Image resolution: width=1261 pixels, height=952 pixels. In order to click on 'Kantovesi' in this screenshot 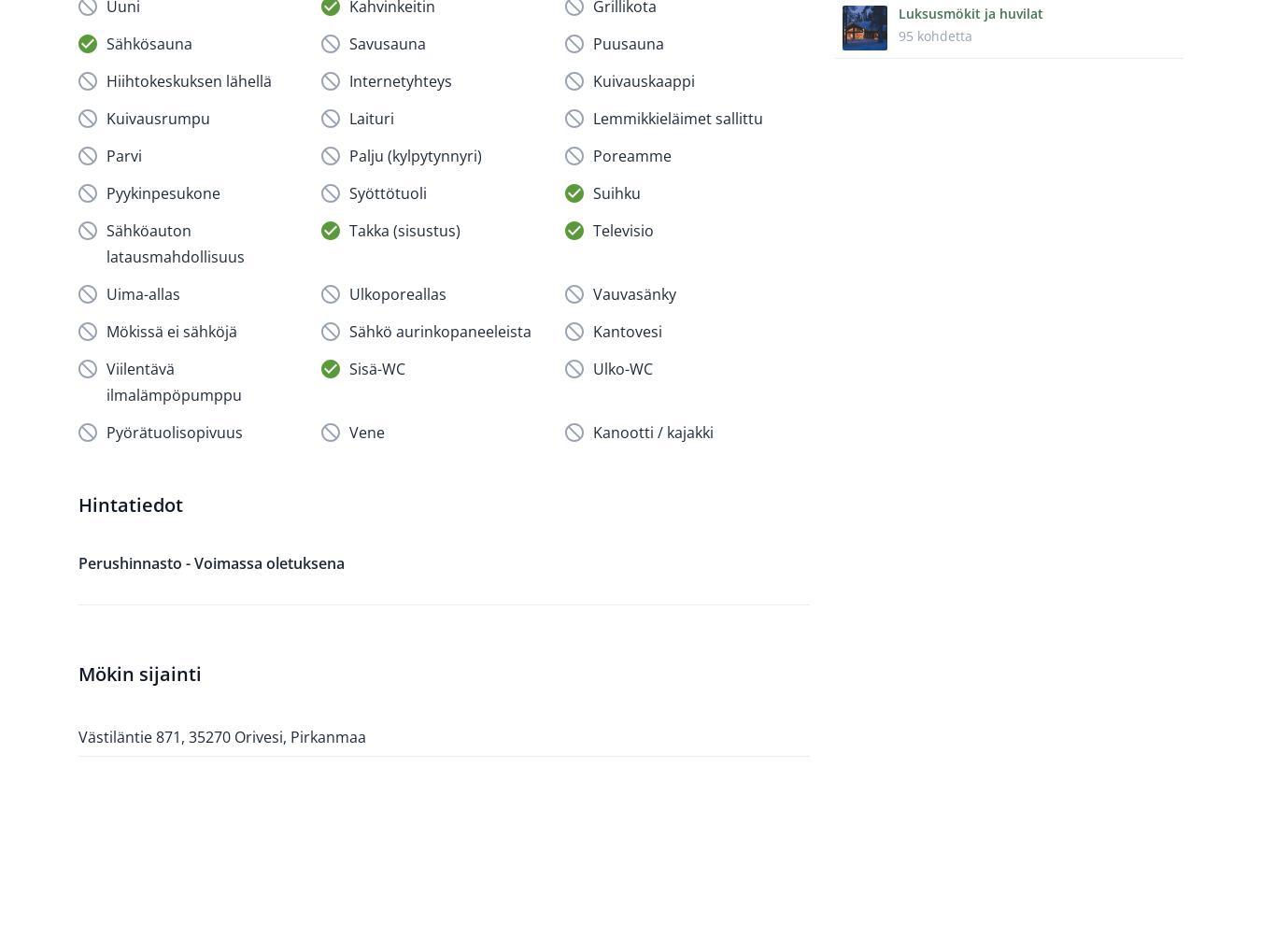, I will do `click(628, 331)`.